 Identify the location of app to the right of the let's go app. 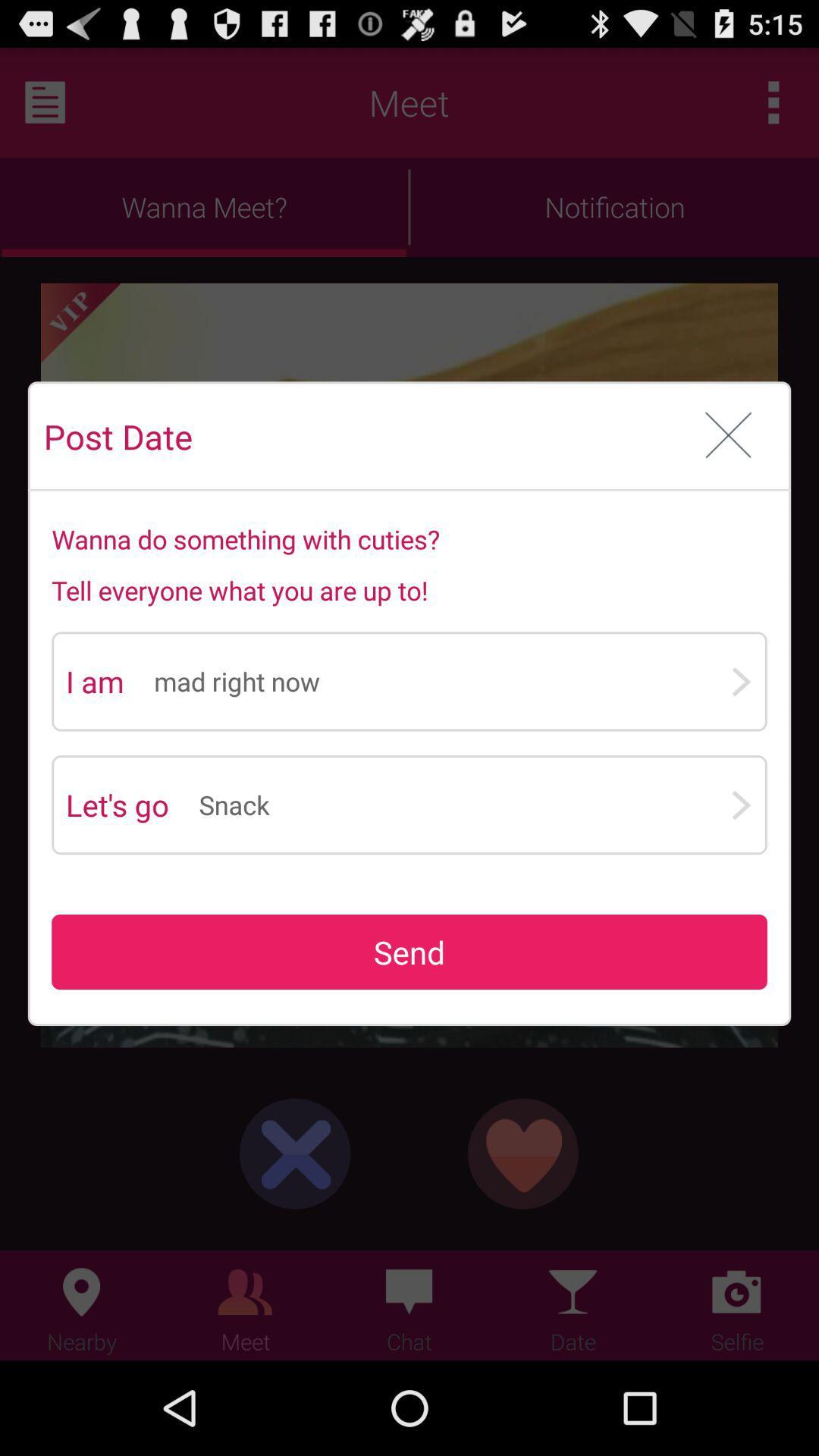
(463, 804).